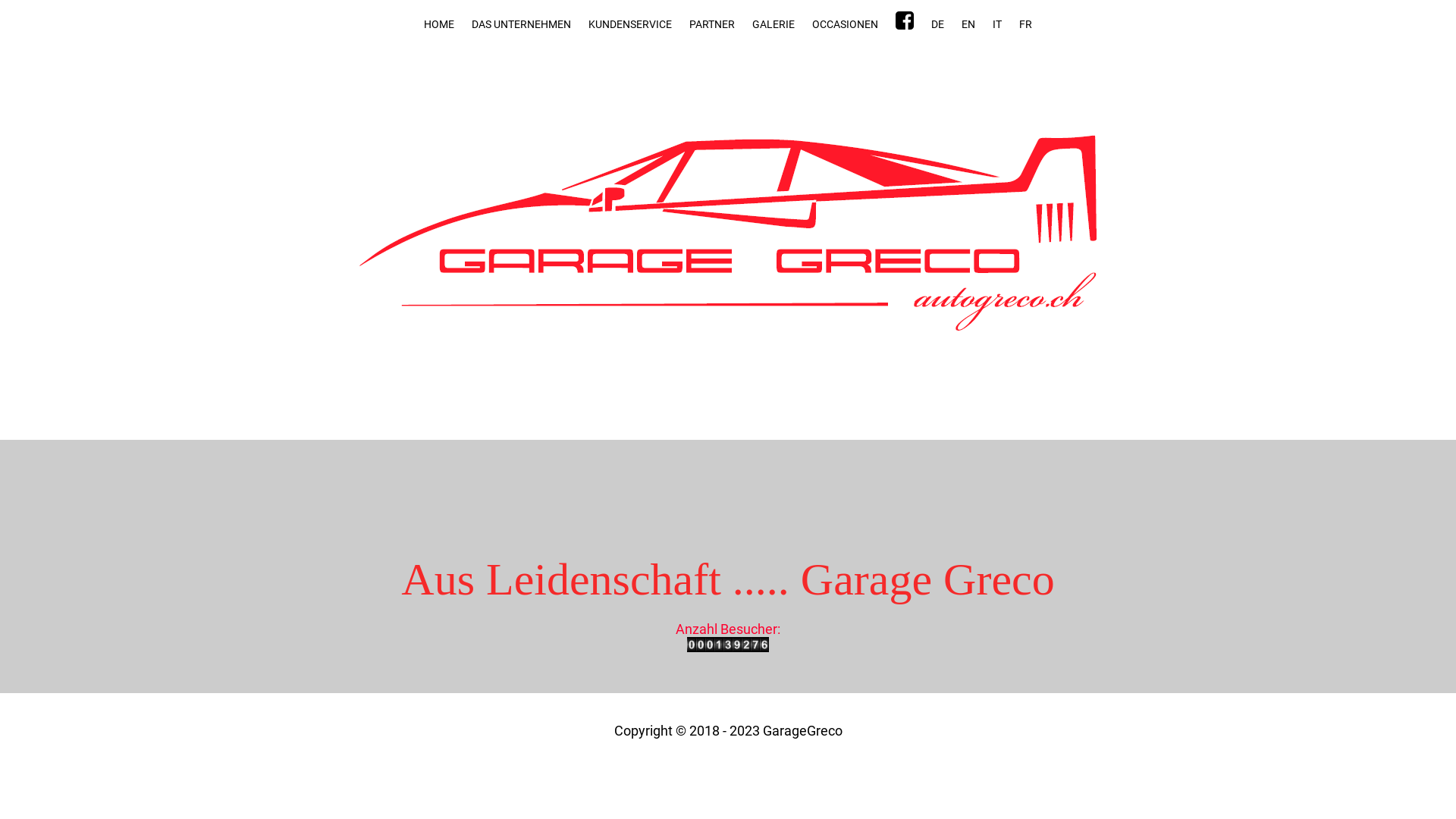 The height and width of the screenshot is (819, 1456). I want to click on 'DE', so click(937, 24).